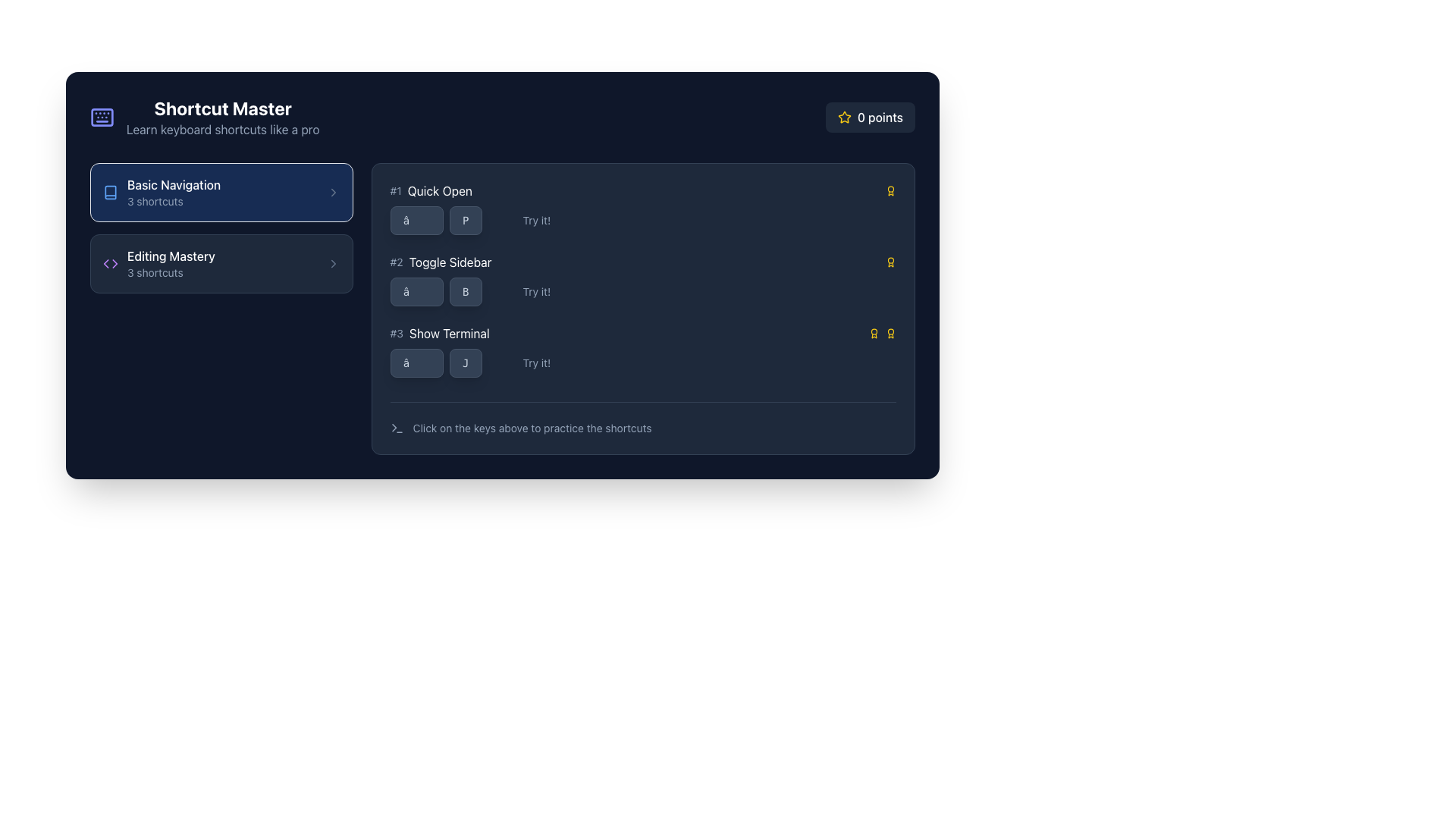 The image size is (1456, 819). I want to click on the second button with a dark slate-blue background containing the 'J' character, so click(465, 362).